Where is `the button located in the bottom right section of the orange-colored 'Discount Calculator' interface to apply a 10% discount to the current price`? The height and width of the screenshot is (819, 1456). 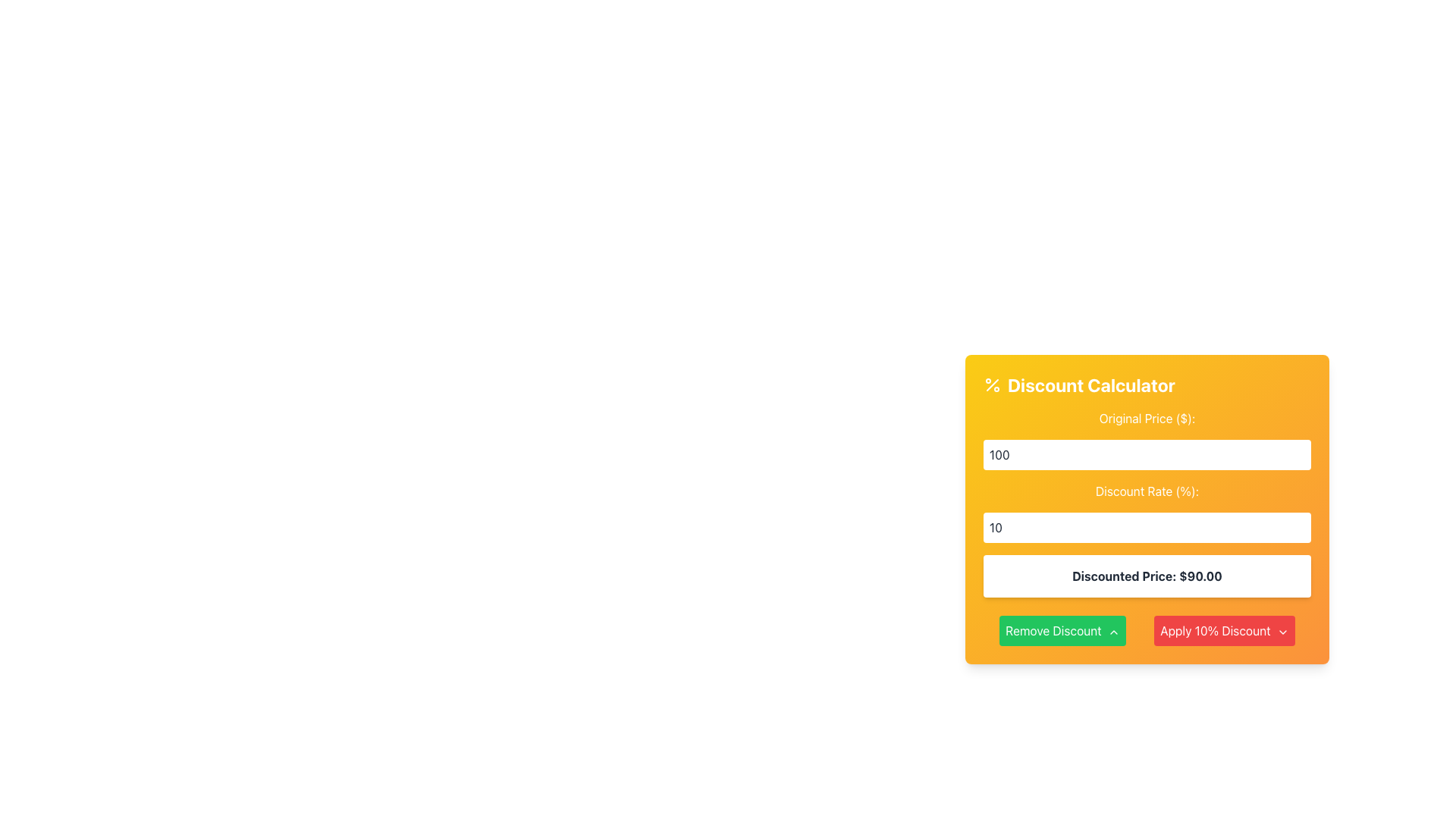 the button located in the bottom right section of the orange-colored 'Discount Calculator' interface to apply a 10% discount to the current price is located at coordinates (1224, 631).